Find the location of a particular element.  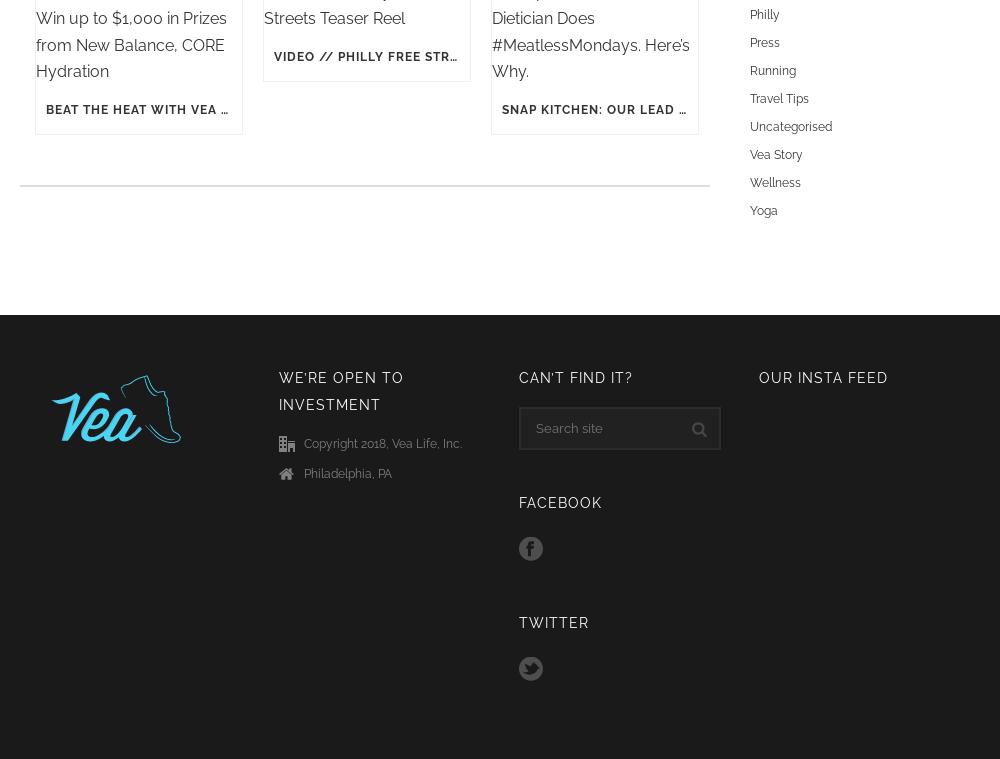

'Can’t find it?' is located at coordinates (575, 376).